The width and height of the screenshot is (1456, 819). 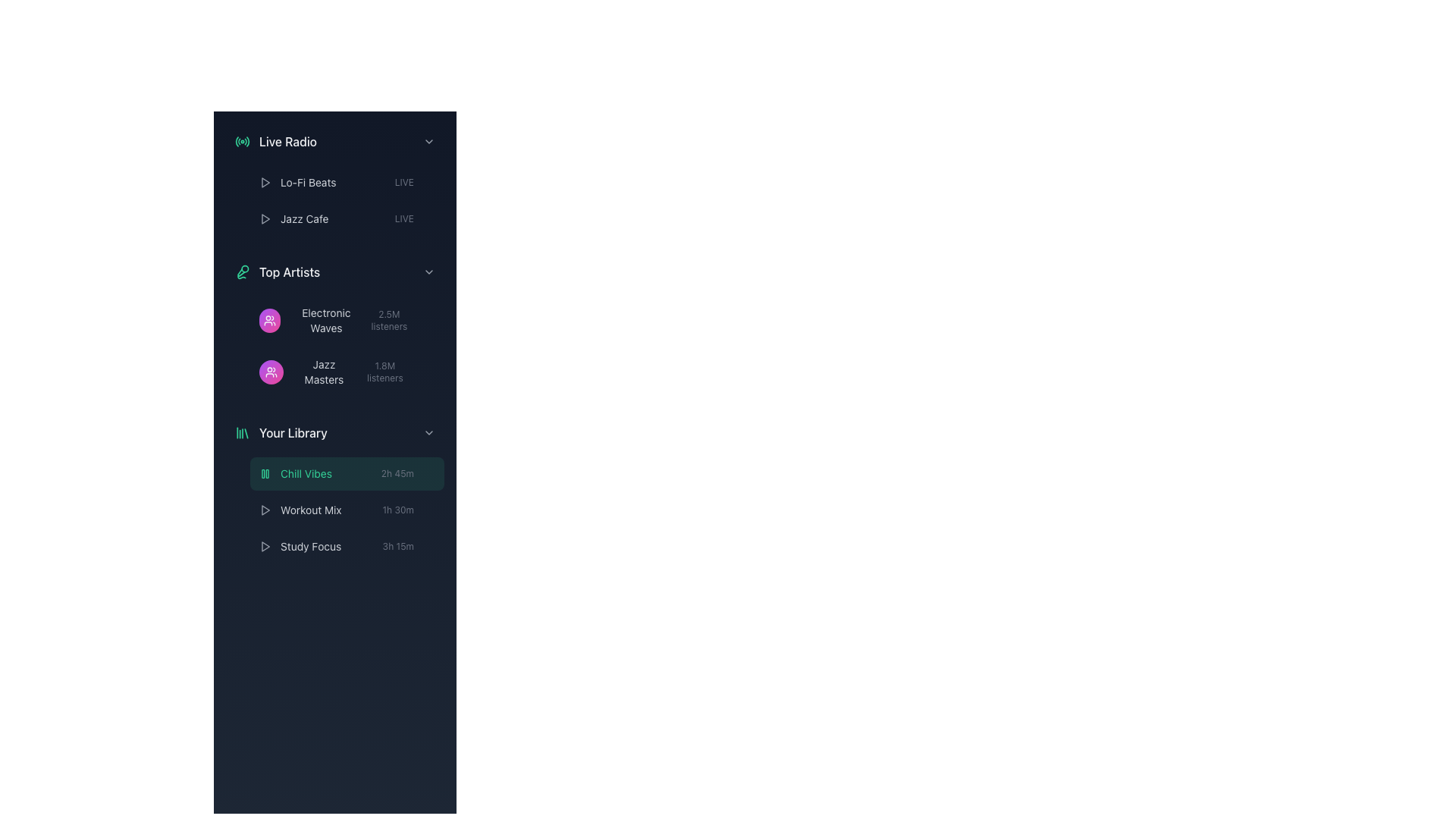 What do you see at coordinates (310, 547) in the screenshot?
I see `the 'Study Focus' text label, which is the third item in the 'Your Library' section of the sidebar, located below 'Workout Mix' and 'Chill Vibes'` at bounding box center [310, 547].